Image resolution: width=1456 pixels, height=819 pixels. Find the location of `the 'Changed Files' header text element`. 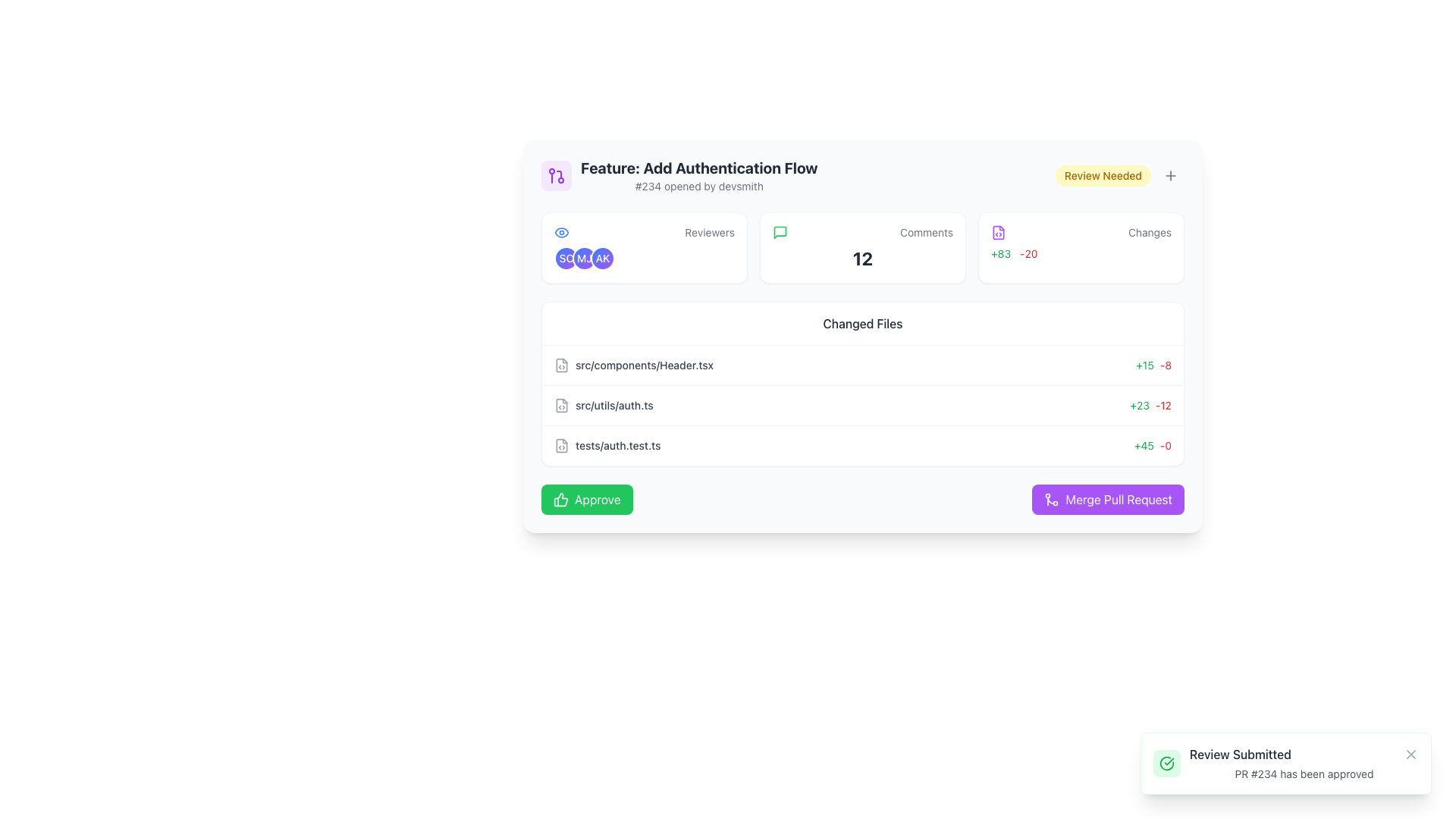

the 'Changed Files' header text element is located at coordinates (862, 323).